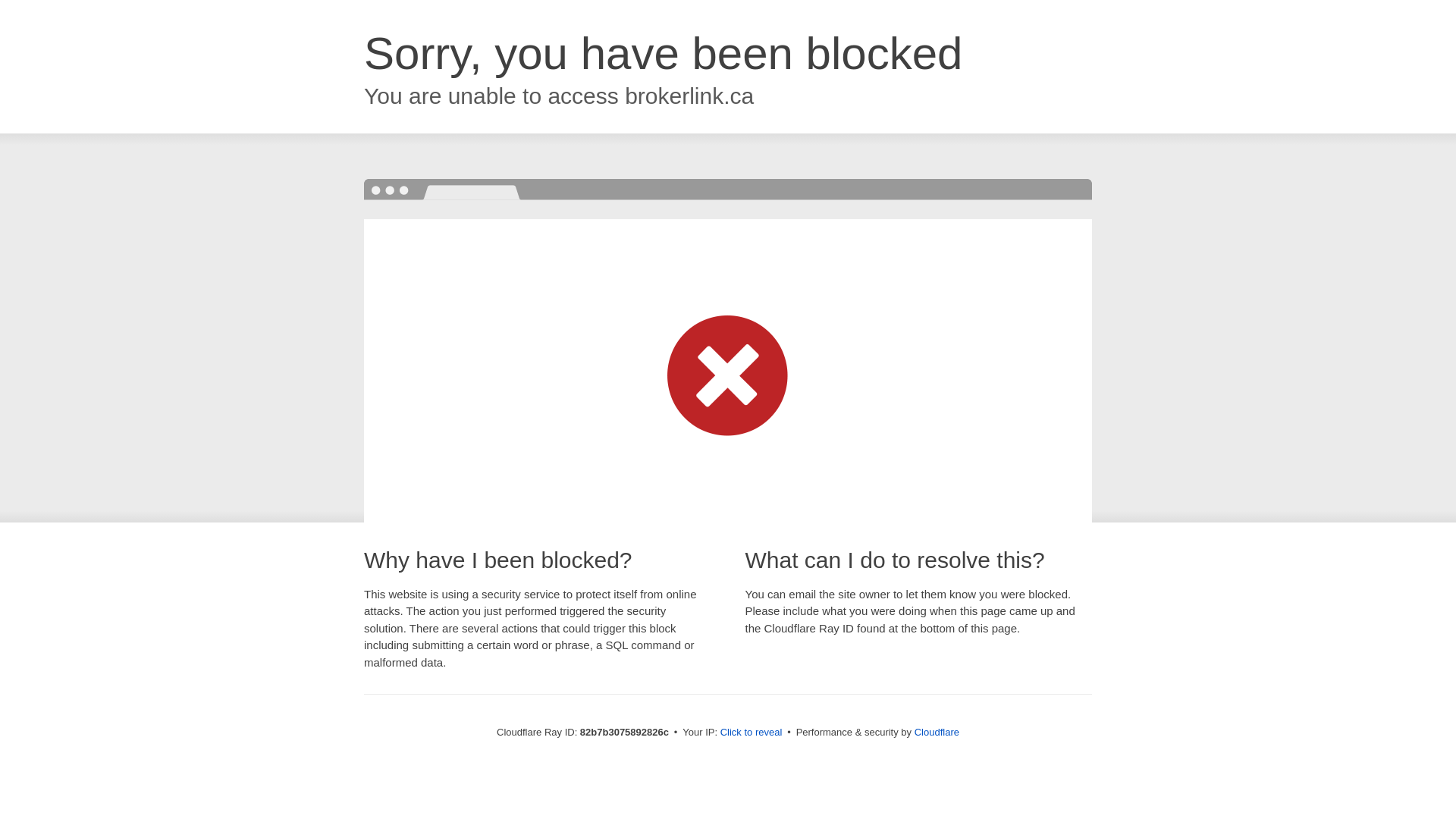 Image resolution: width=1456 pixels, height=819 pixels. Describe the element at coordinates (936, 731) in the screenshot. I see `'Cloudflare'` at that location.